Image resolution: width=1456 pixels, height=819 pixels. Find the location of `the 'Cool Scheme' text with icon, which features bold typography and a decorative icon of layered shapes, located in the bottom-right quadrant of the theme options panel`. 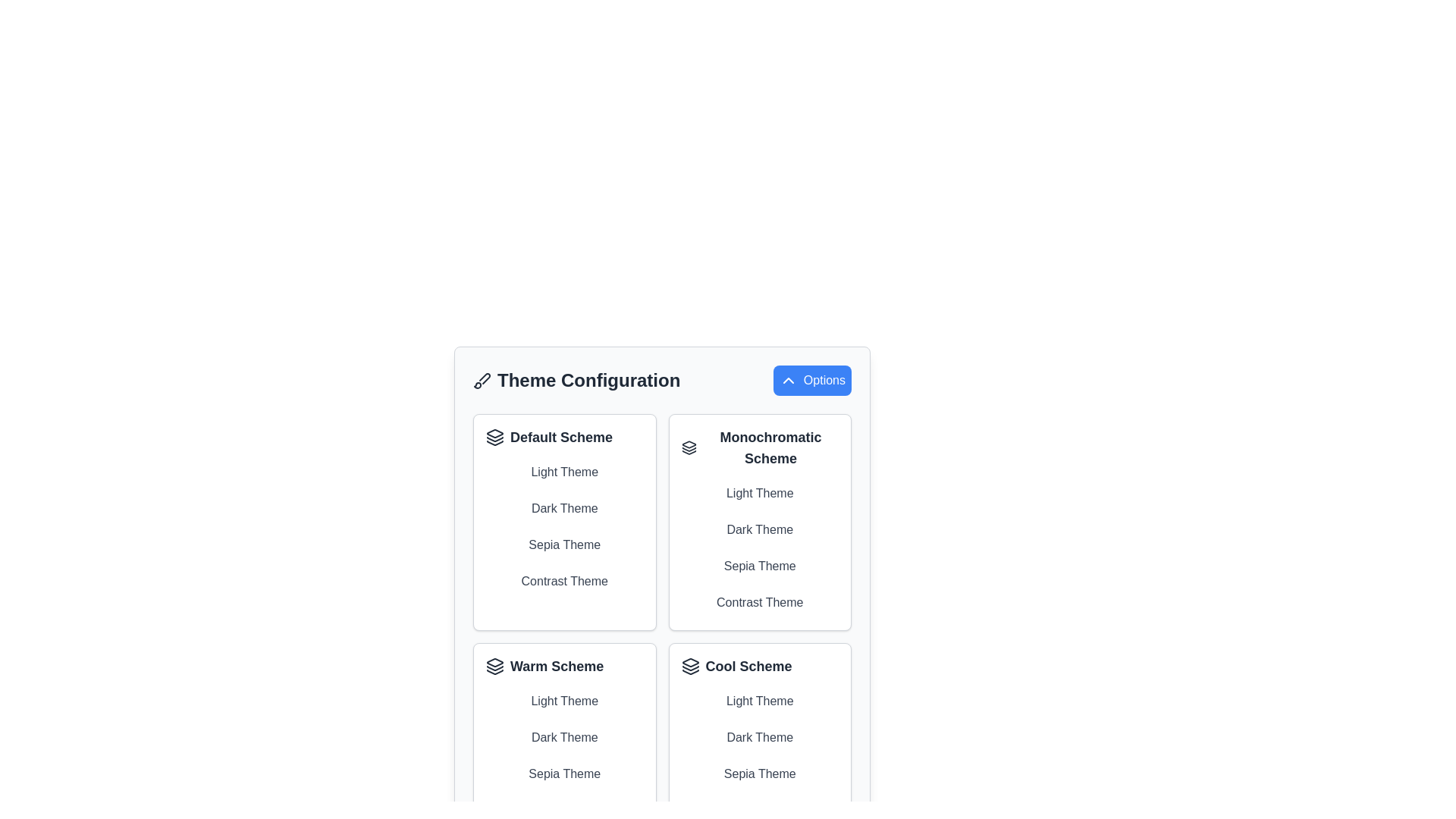

the 'Cool Scheme' text with icon, which features bold typography and a decorative icon of layered shapes, located in the bottom-right quadrant of the theme options panel is located at coordinates (760, 666).